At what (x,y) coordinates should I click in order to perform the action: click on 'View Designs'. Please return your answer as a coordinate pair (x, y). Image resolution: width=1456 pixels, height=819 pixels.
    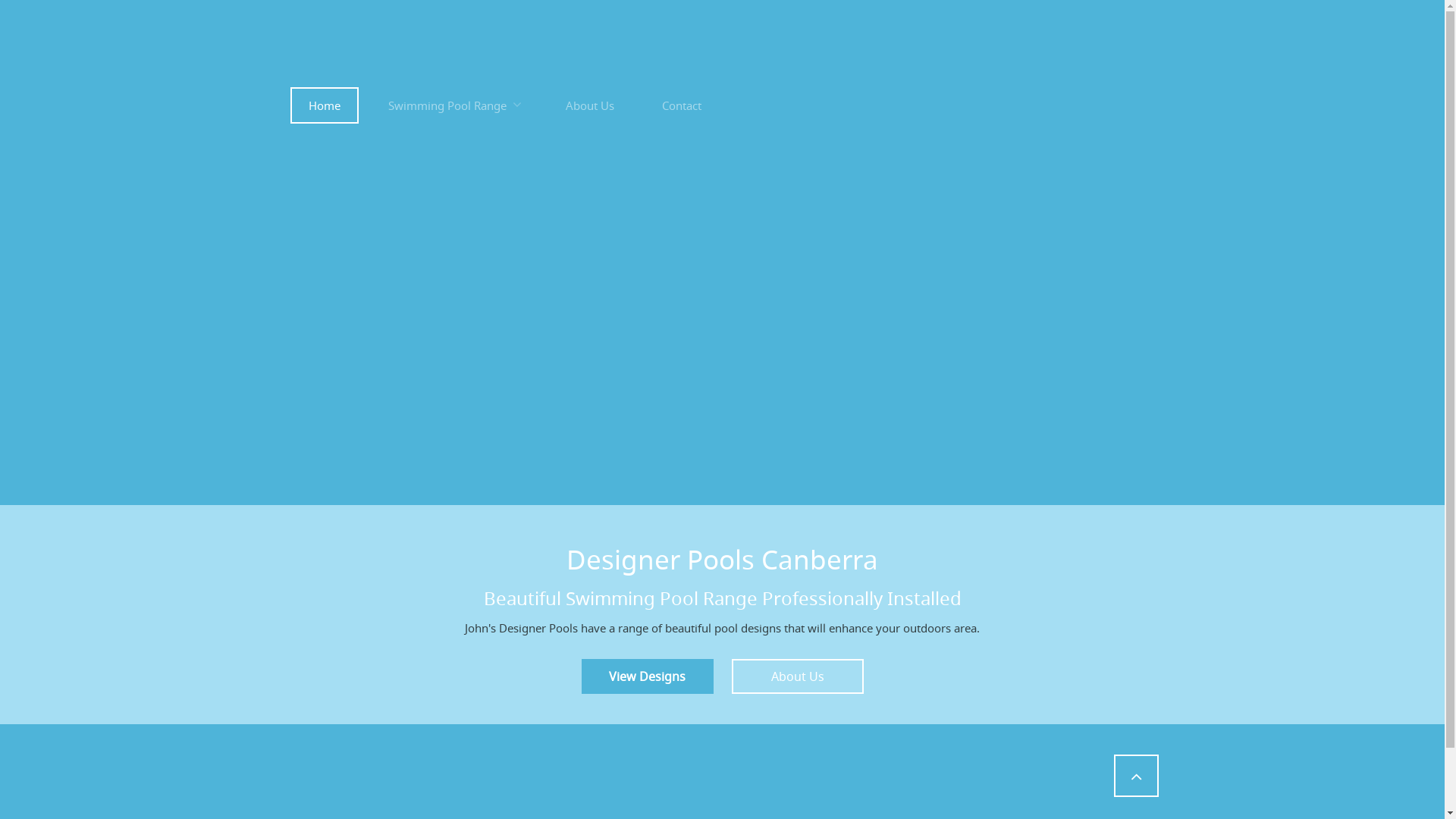
    Looking at the image, I should click on (580, 675).